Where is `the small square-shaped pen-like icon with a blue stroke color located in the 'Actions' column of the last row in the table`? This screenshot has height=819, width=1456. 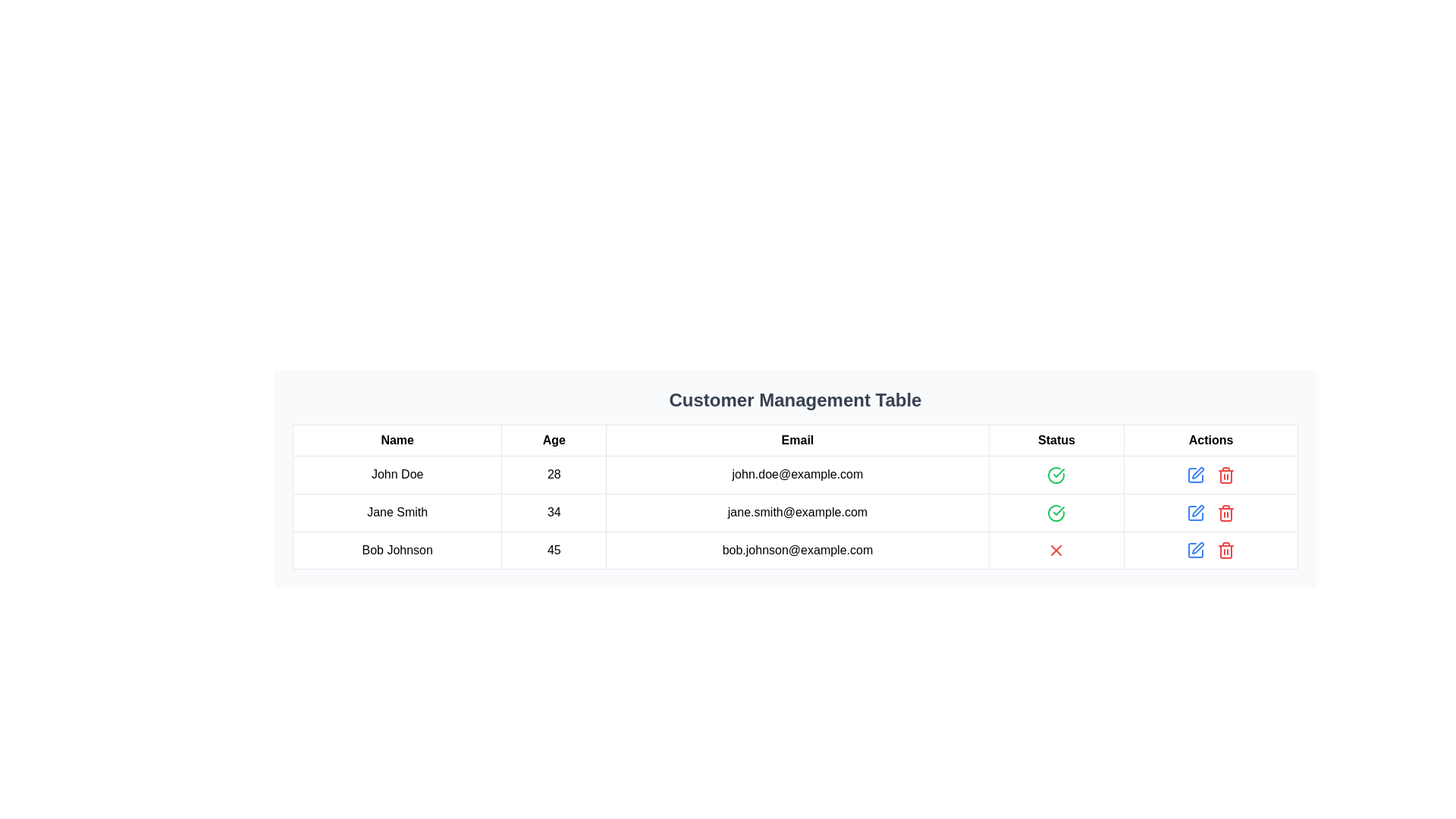
the small square-shaped pen-like icon with a blue stroke color located in the 'Actions' column of the last row in the table is located at coordinates (1195, 551).